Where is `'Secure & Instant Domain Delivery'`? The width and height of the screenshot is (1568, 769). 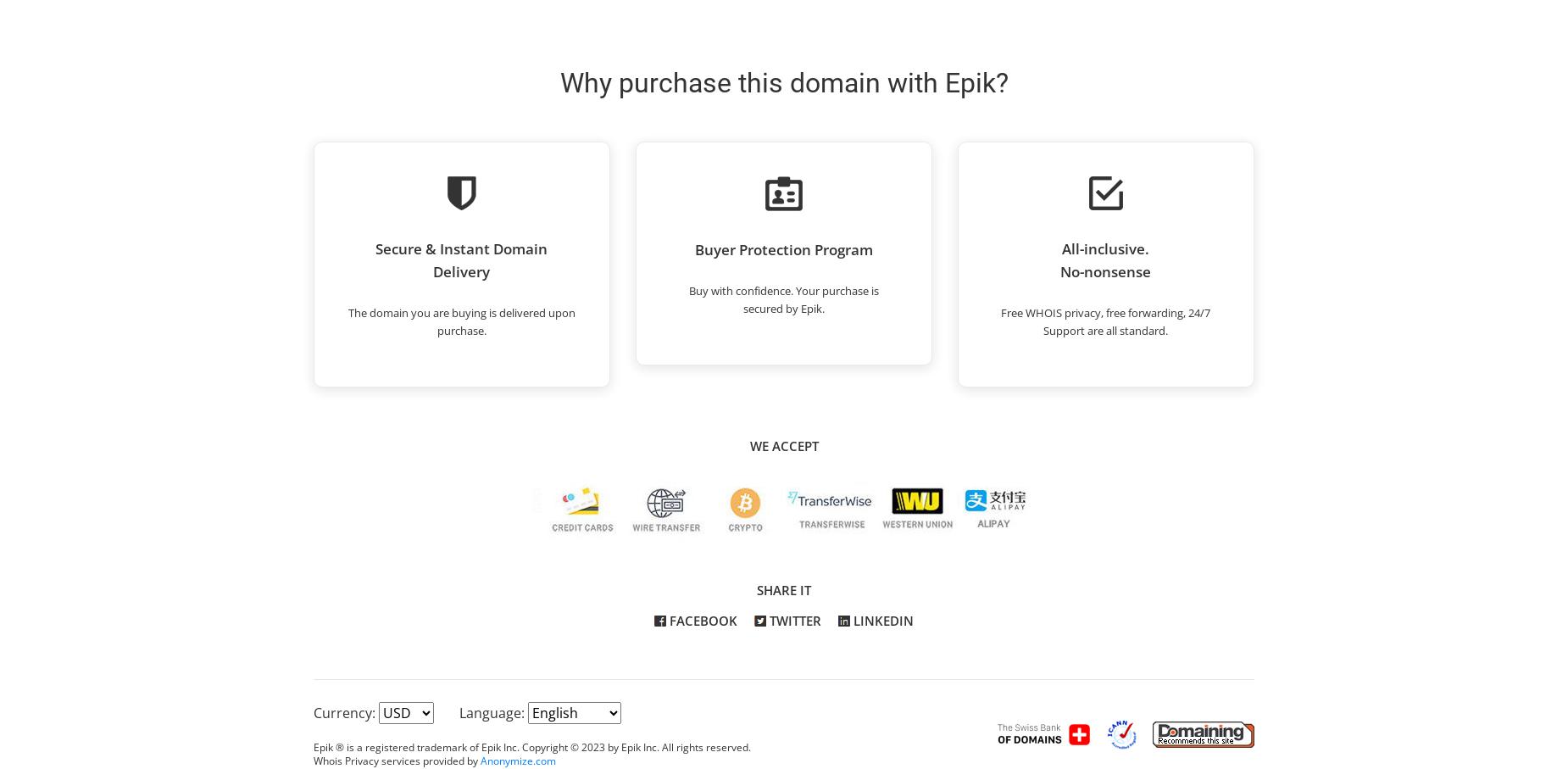
'Secure & Instant Domain Delivery' is located at coordinates (375, 259).